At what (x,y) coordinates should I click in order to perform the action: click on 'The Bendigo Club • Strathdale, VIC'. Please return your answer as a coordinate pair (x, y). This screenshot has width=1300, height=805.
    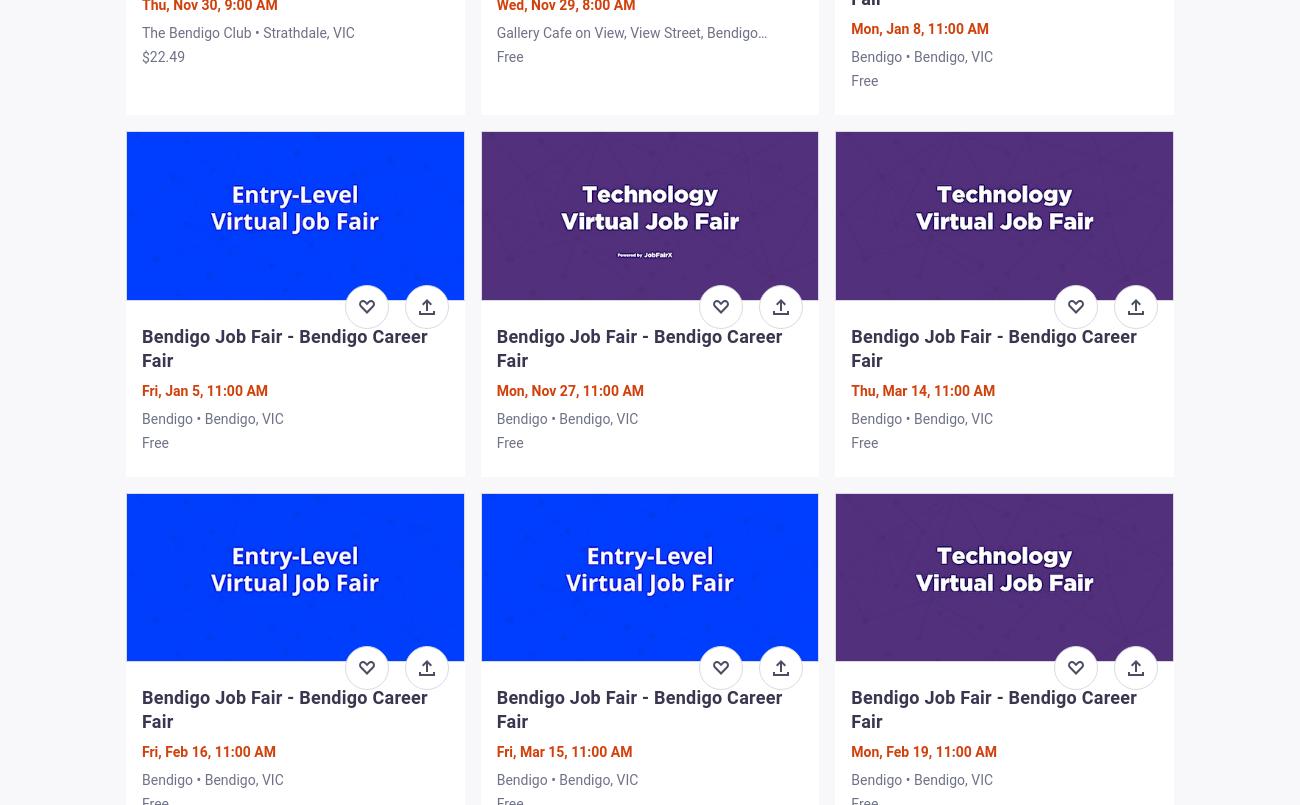
    Looking at the image, I should click on (247, 33).